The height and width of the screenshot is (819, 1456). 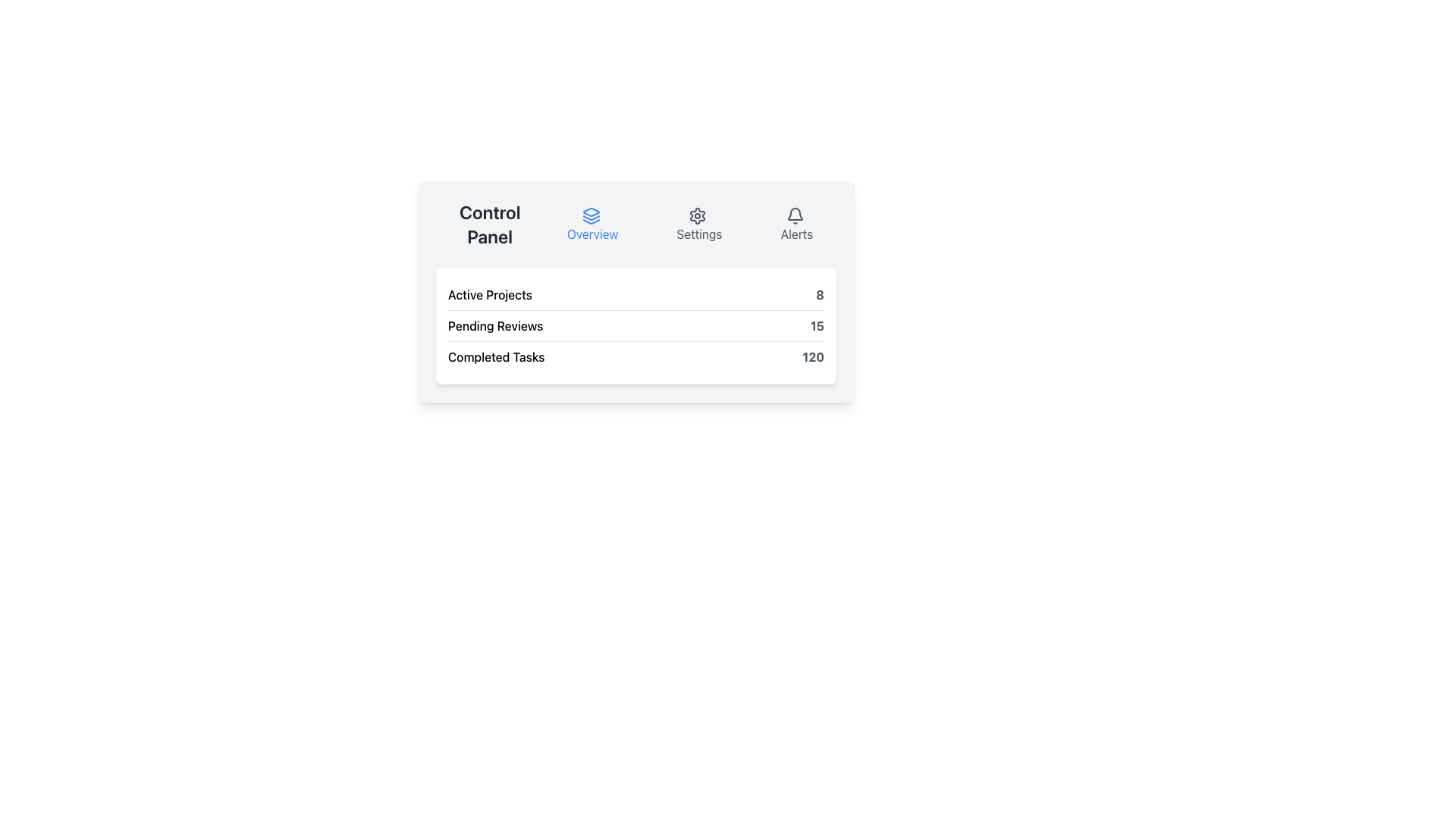 What do you see at coordinates (636, 223) in the screenshot?
I see `any interactive items within the Navigation Bar located at the top of the card interface above the statistics section` at bounding box center [636, 223].